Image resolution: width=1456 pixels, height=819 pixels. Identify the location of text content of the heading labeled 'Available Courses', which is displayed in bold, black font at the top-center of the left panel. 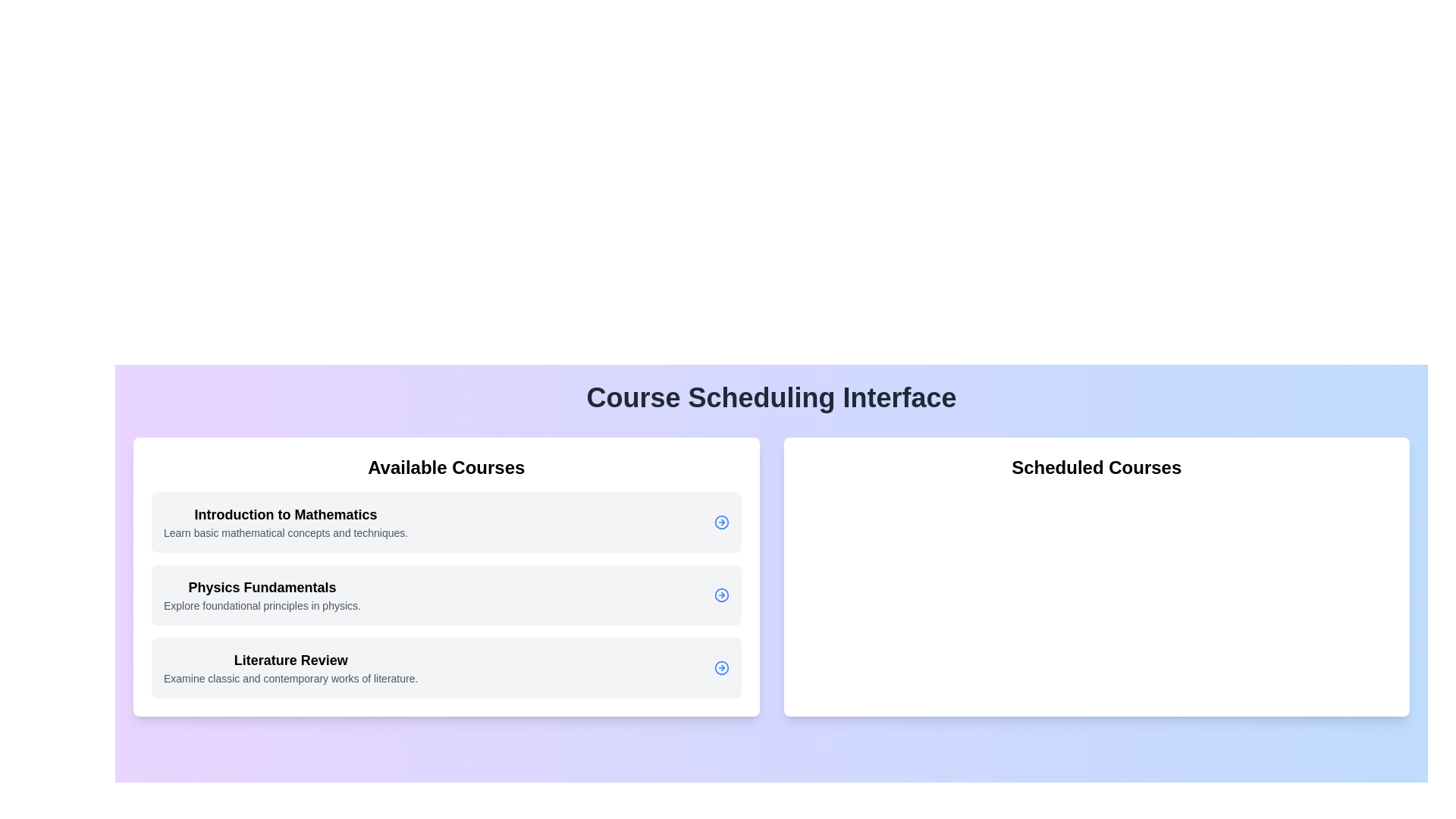
(445, 467).